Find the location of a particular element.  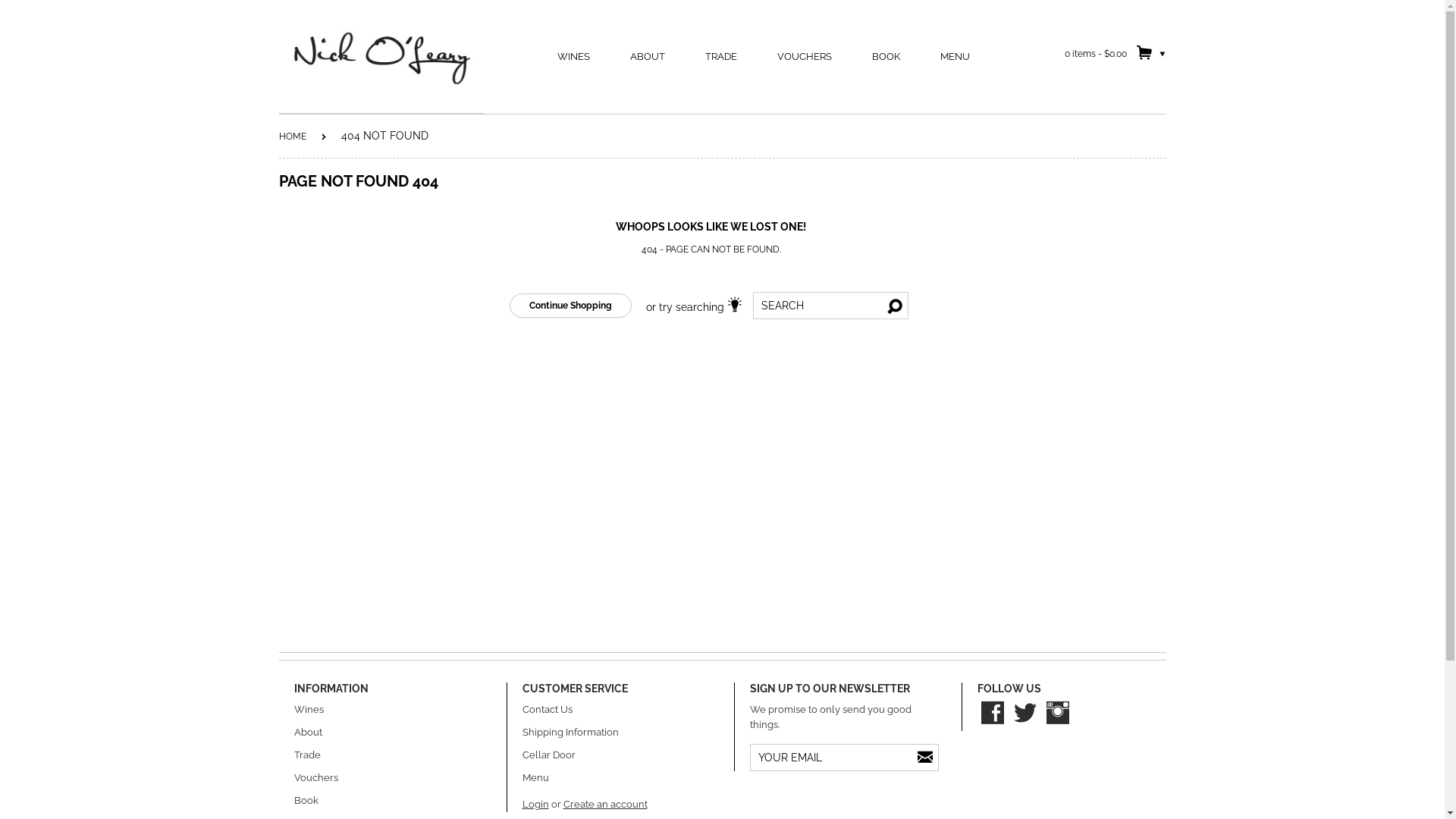

'0 items - $0.00' is located at coordinates (1063, 52).